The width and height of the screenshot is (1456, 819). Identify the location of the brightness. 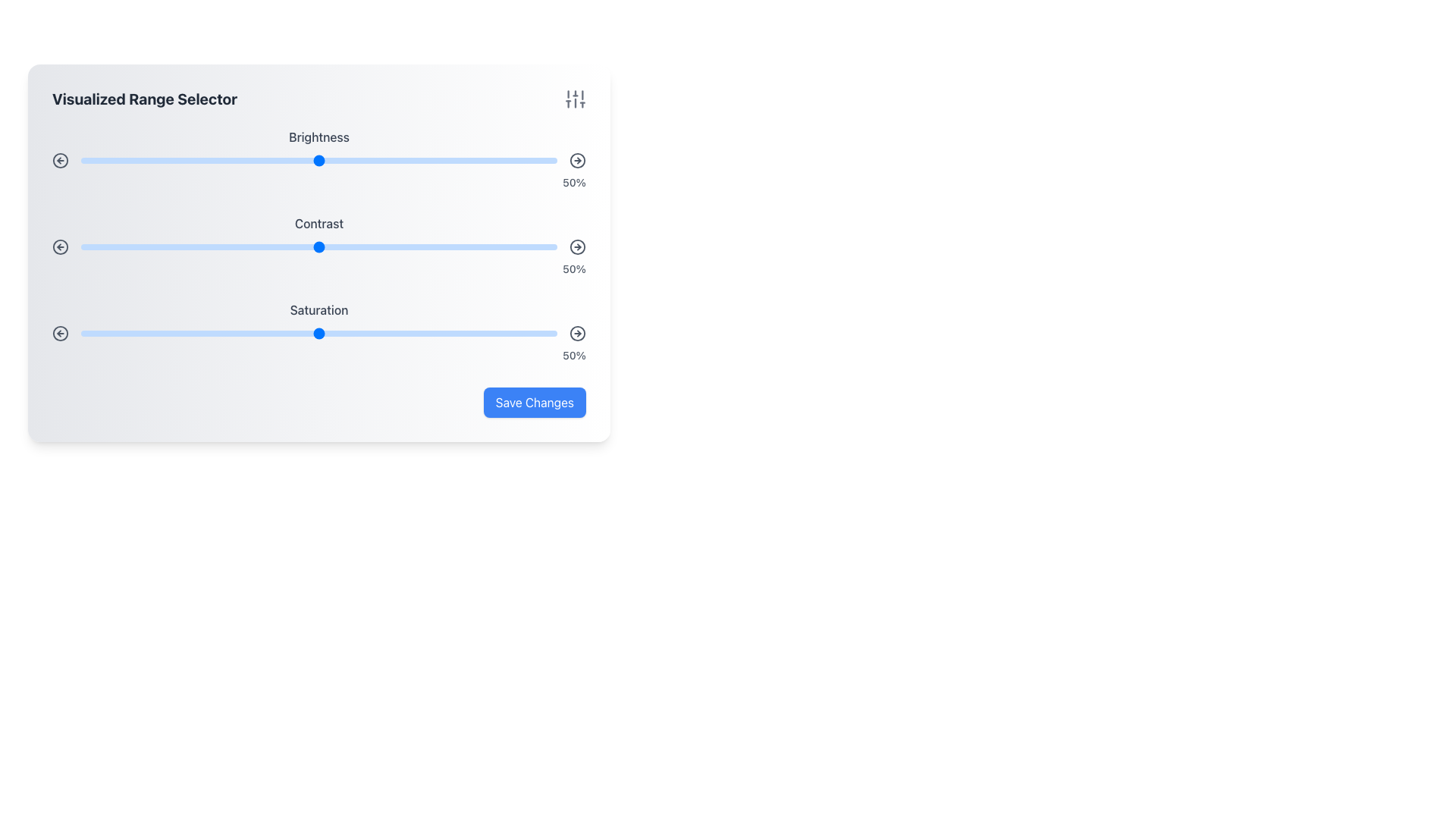
(157, 161).